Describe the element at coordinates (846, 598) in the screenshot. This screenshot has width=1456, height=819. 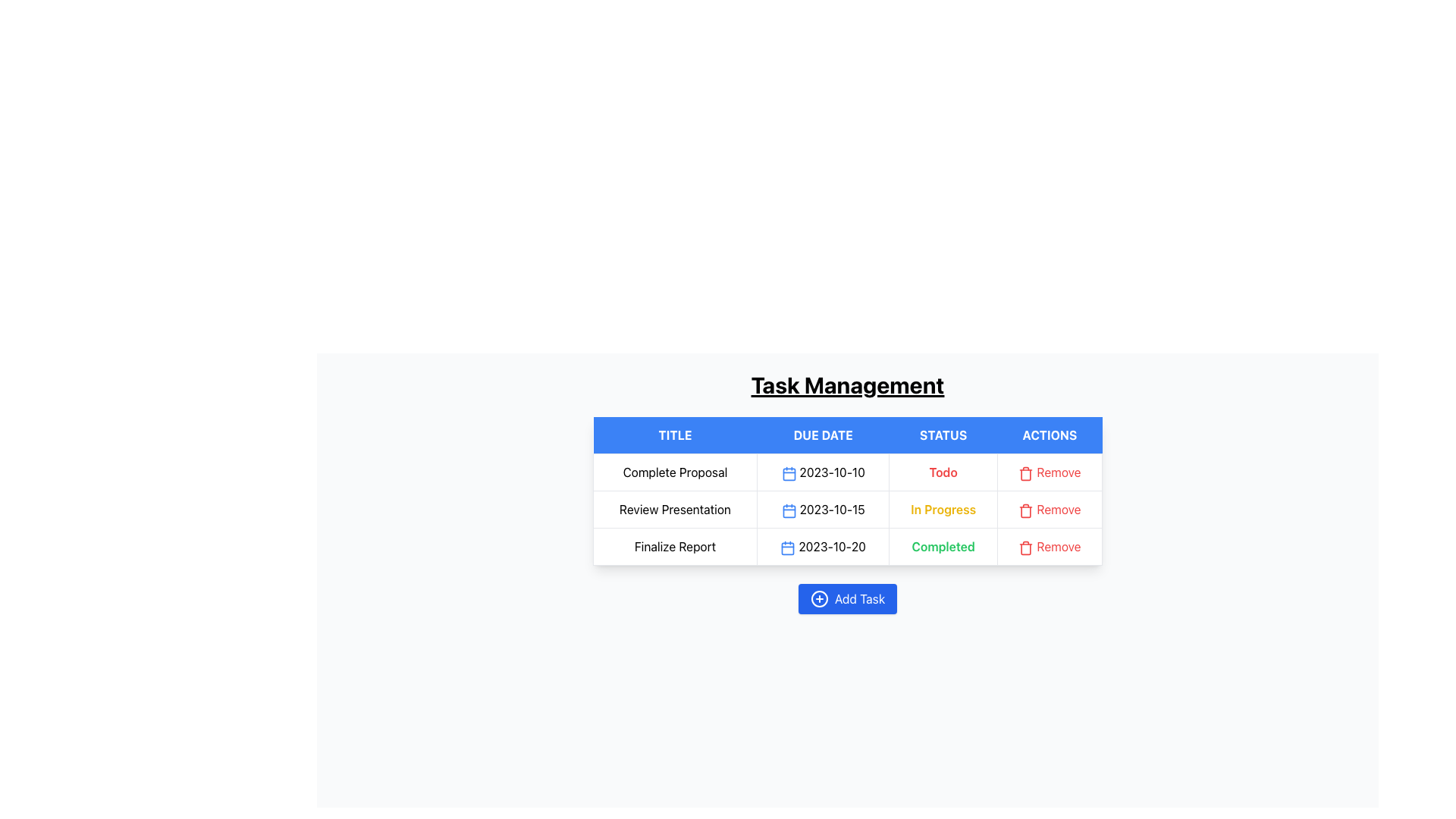
I see `the blue button labeled 'Add Task'` at that location.